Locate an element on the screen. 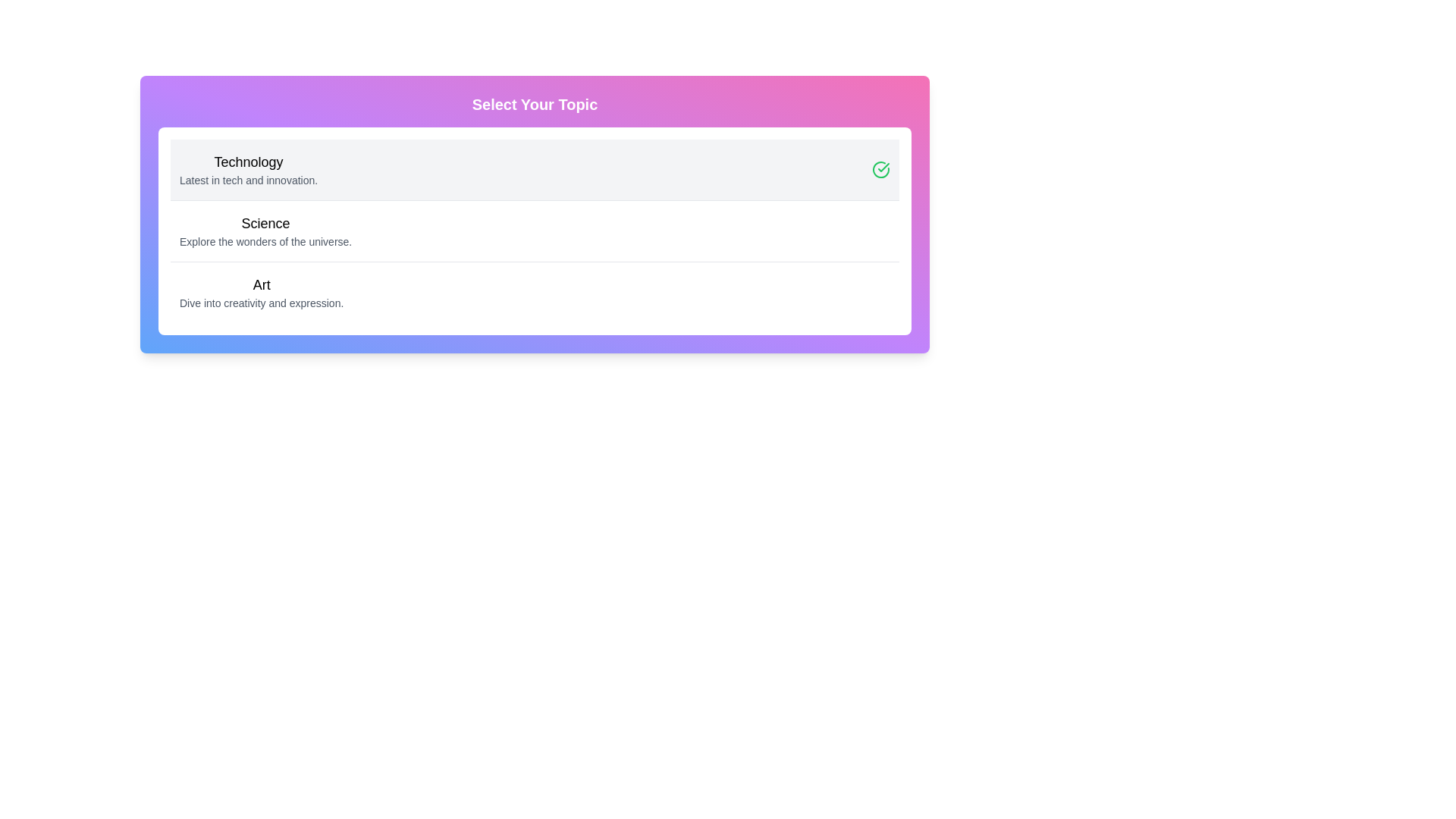 This screenshot has height=819, width=1456. the 'Technology' menu item card located at the top of the selection menu is located at coordinates (535, 169).